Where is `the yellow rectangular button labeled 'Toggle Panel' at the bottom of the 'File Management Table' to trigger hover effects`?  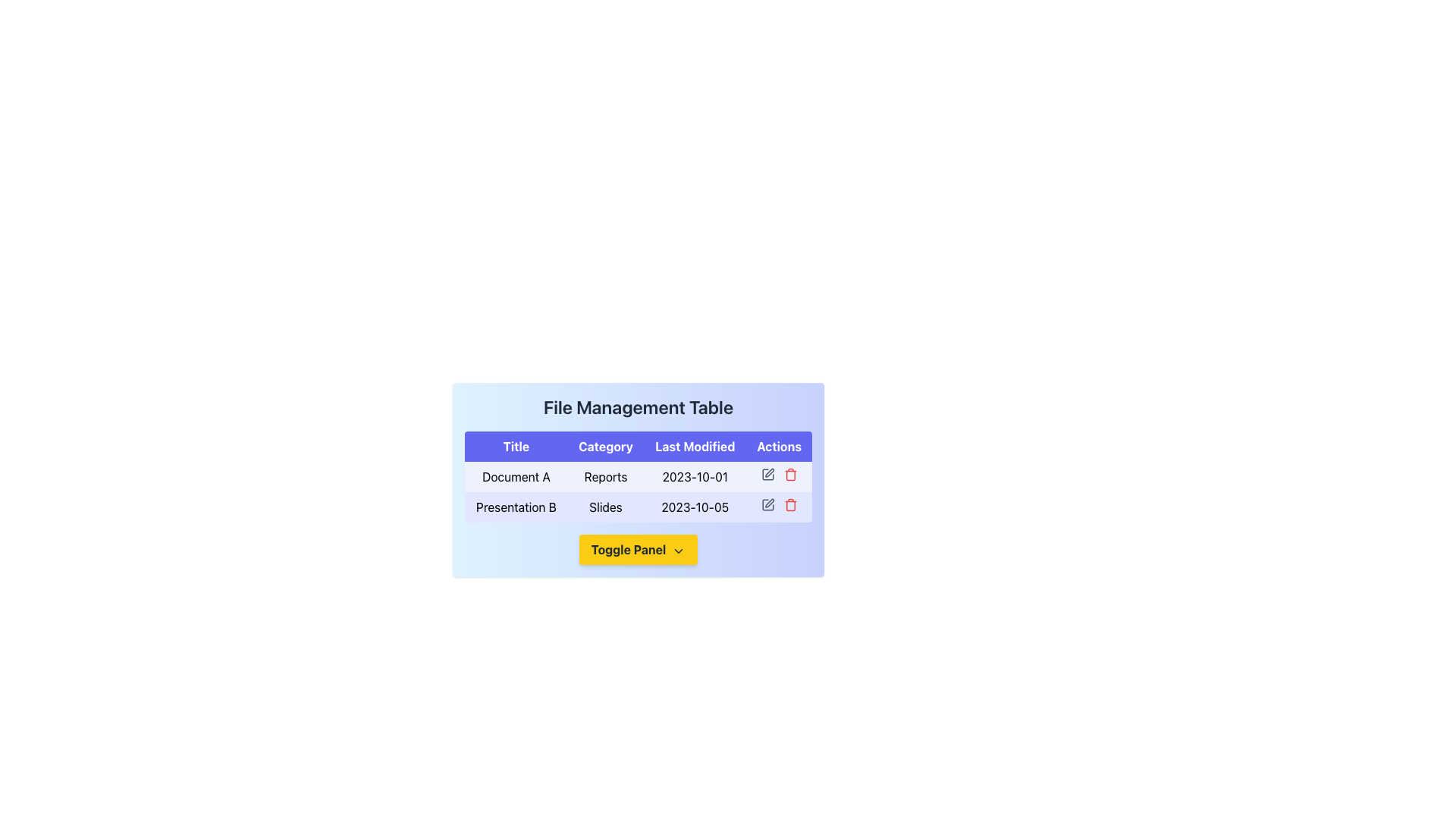
the yellow rectangular button labeled 'Toggle Panel' at the bottom of the 'File Management Table' to trigger hover effects is located at coordinates (638, 550).